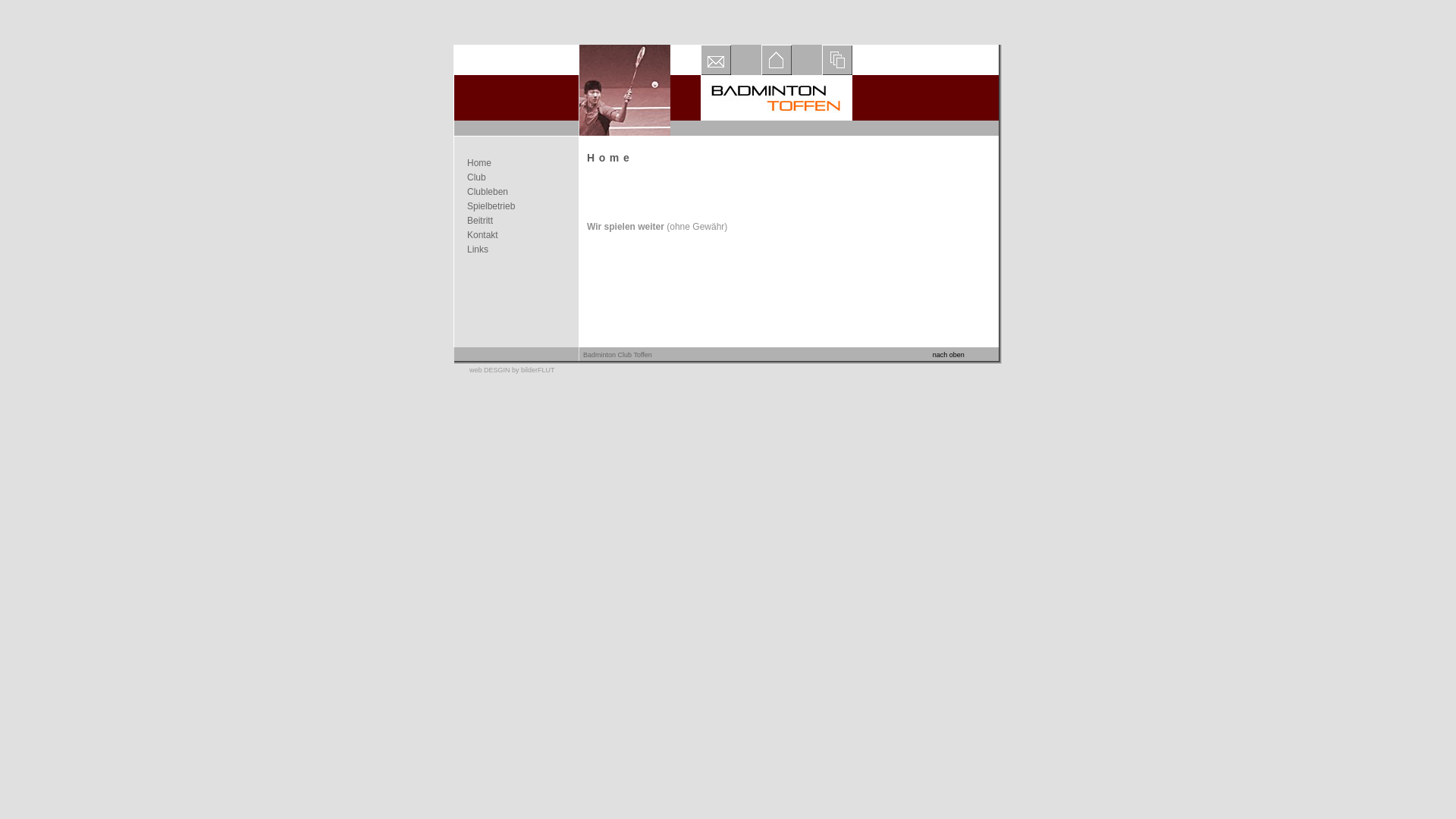 The height and width of the screenshot is (819, 1456). Describe the element at coordinates (948, 354) in the screenshot. I see `'nach oben'` at that location.